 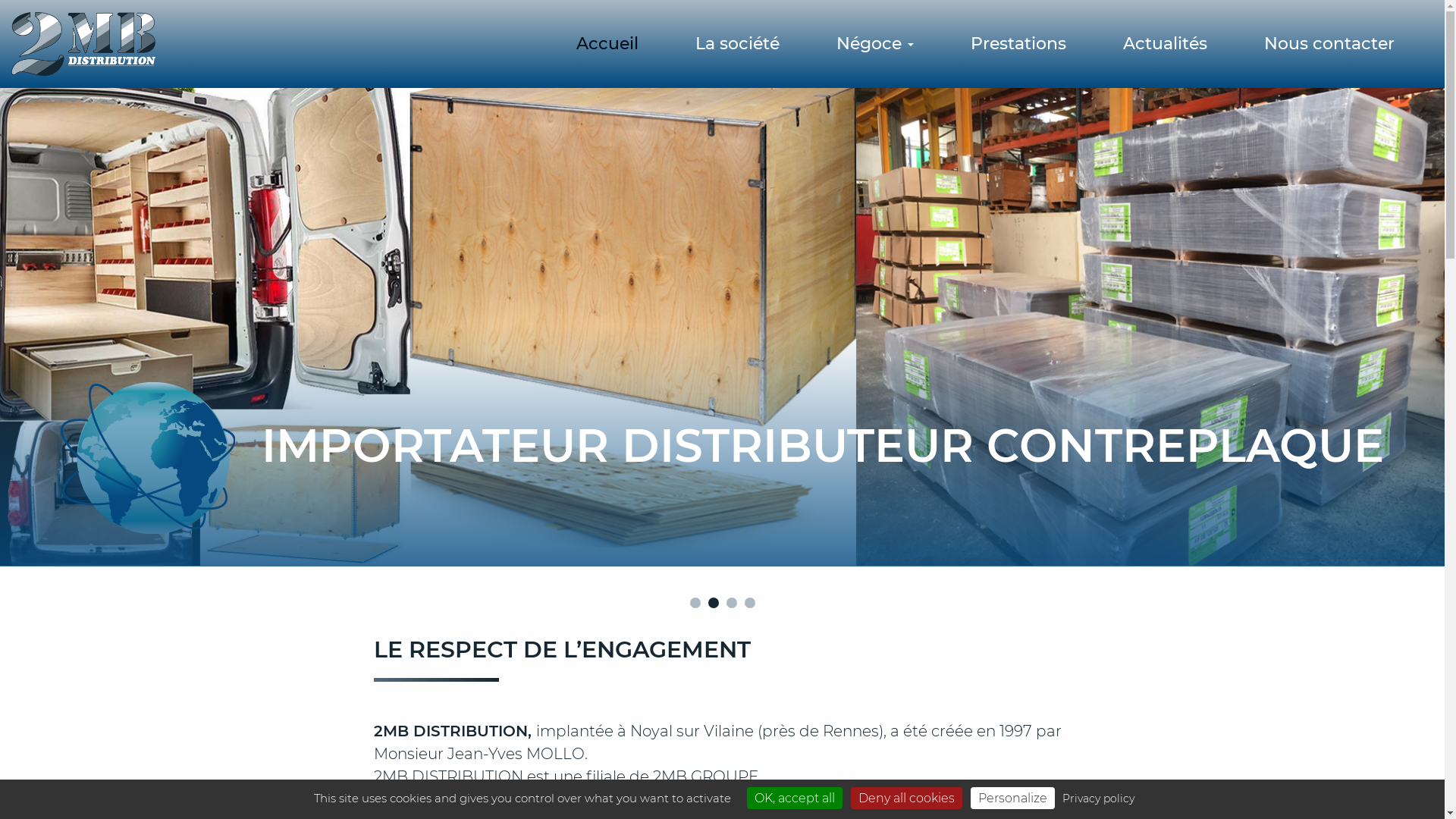 I want to click on 'Prestations', so click(x=1018, y=42).